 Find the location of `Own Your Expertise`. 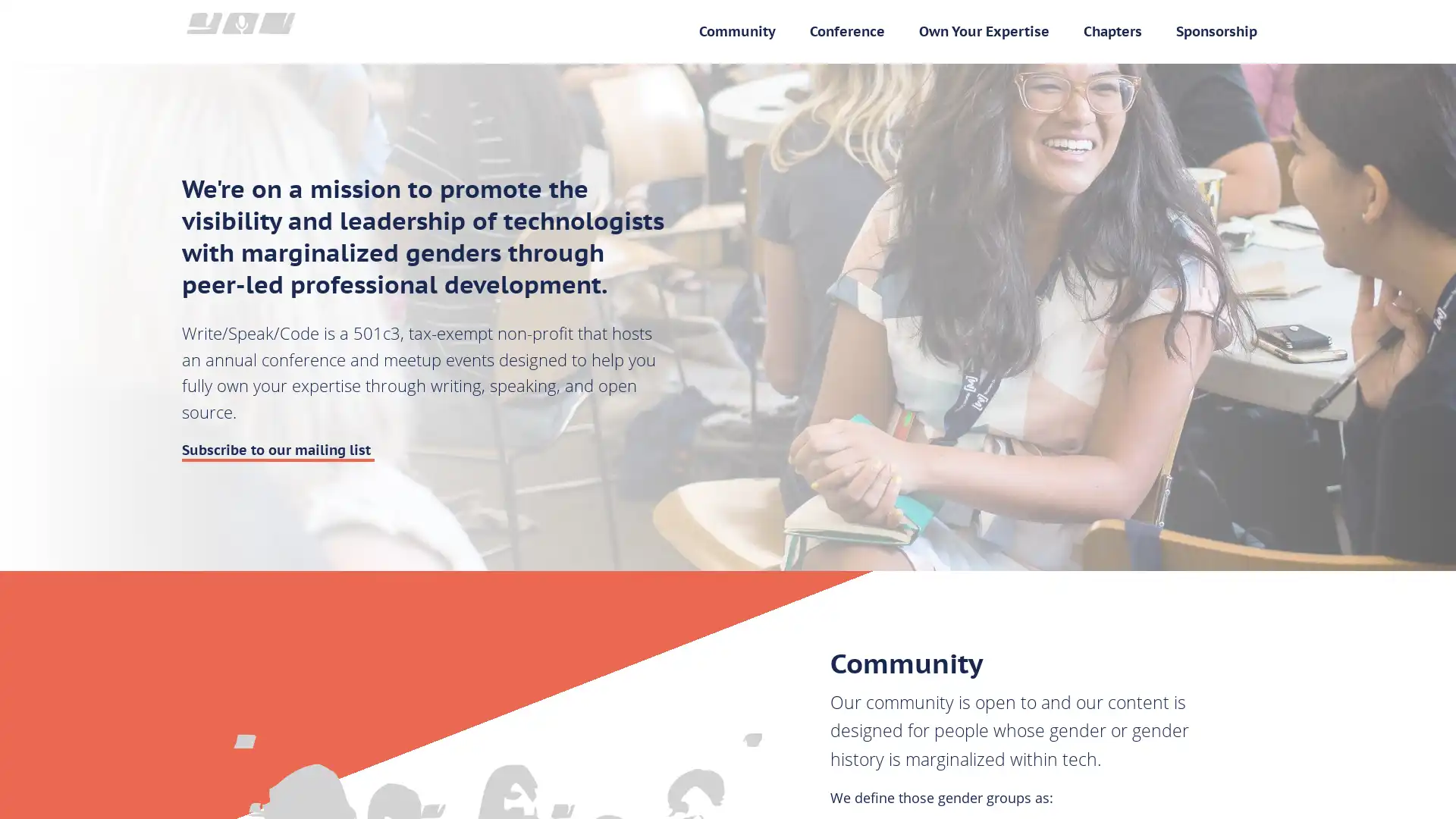

Own Your Expertise is located at coordinates (984, 31).